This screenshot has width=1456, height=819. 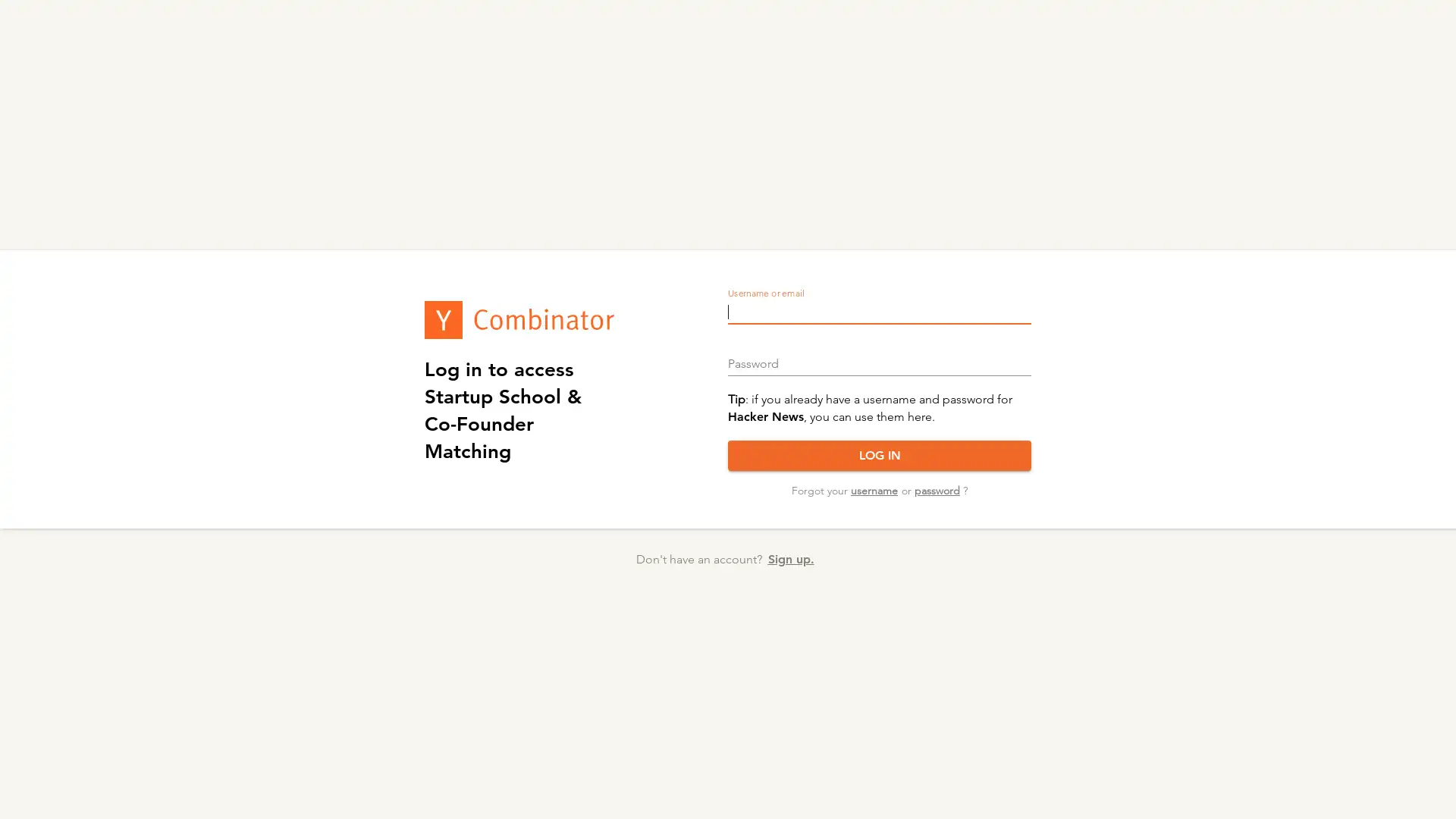 What do you see at coordinates (789, 559) in the screenshot?
I see `Sign up.` at bounding box center [789, 559].